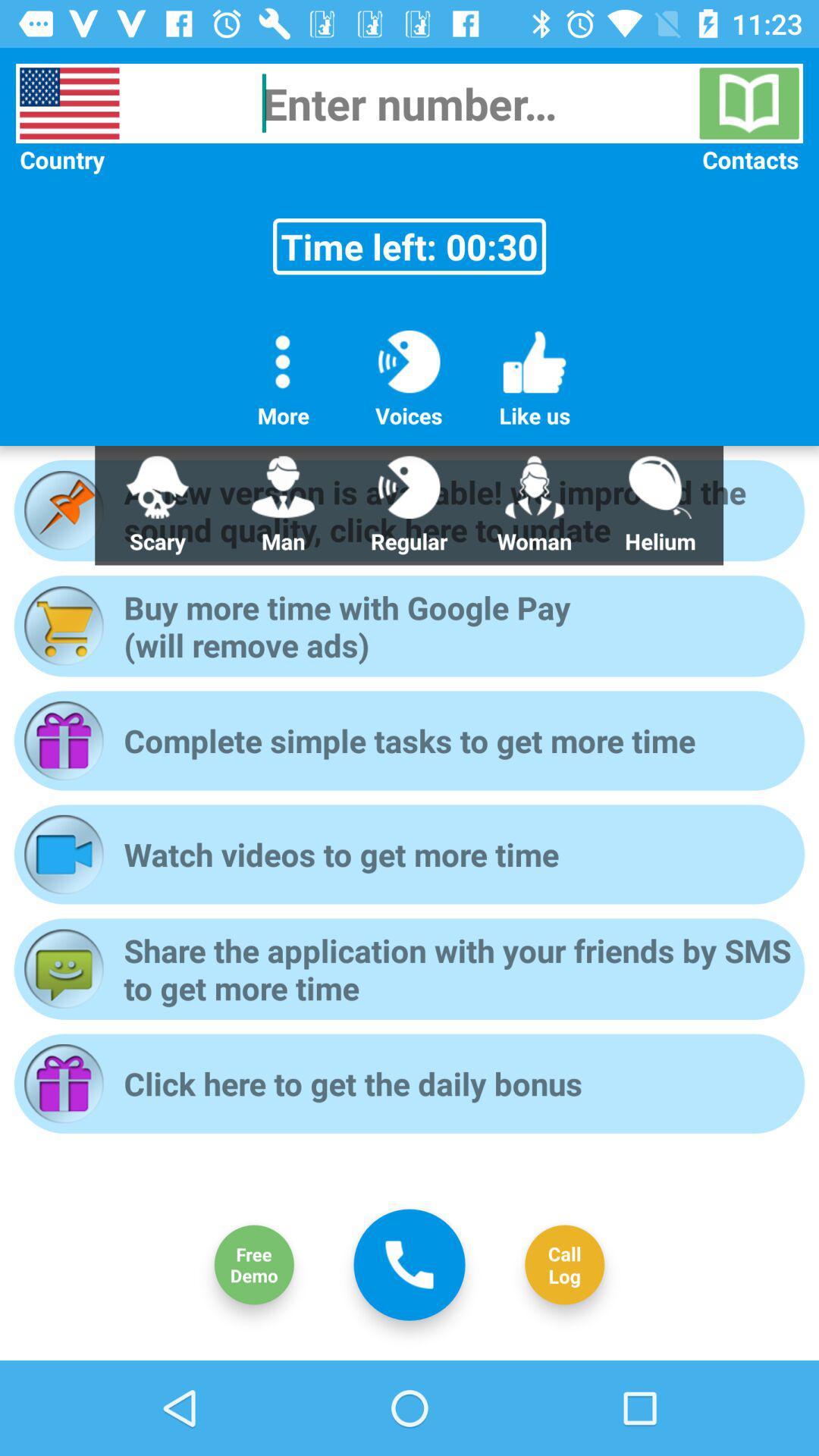 The image size is (819, 1456). I want to click on the national_flag icon, so click(69, 102).